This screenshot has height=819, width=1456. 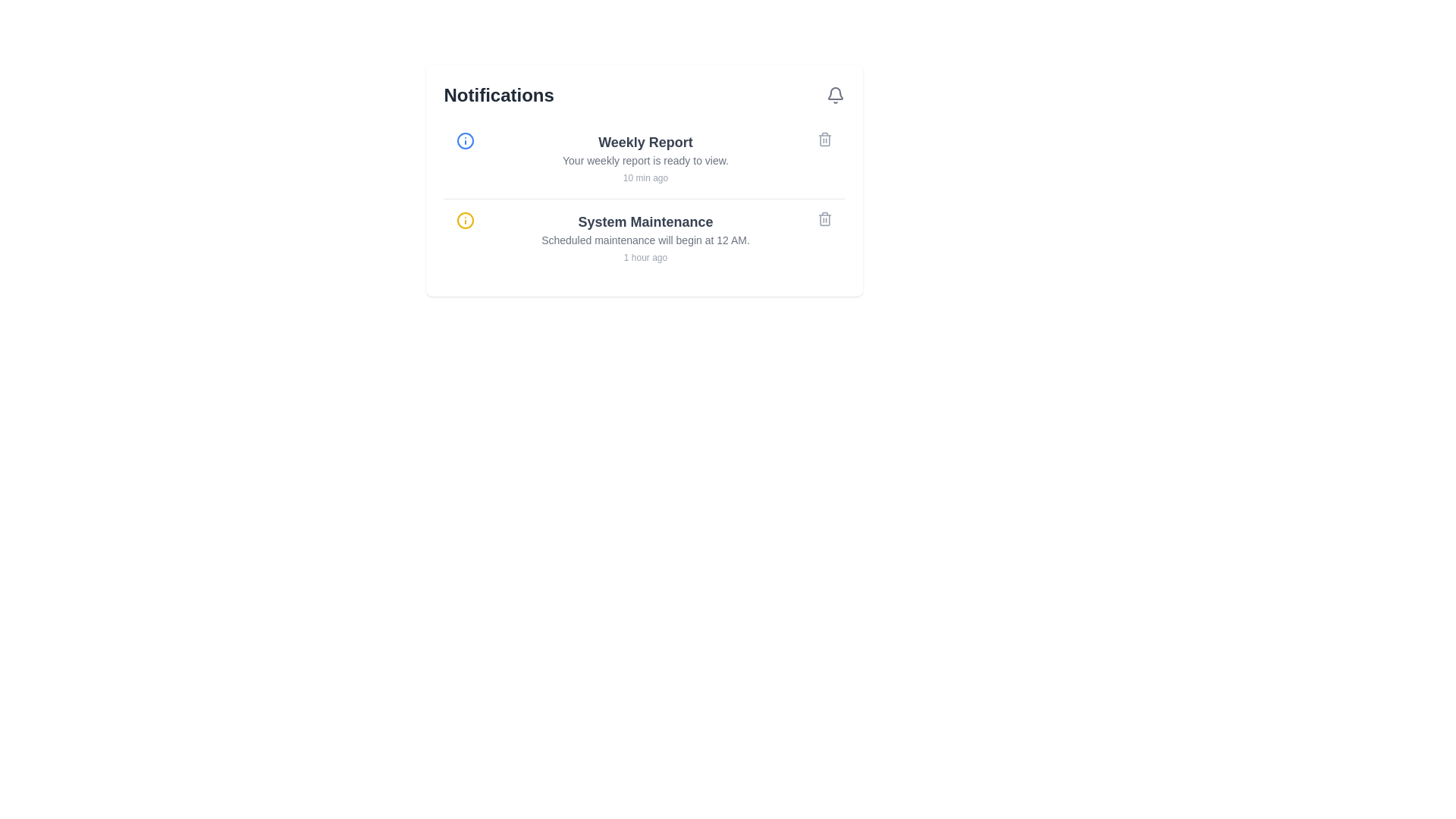 I want to click on the text label that reads 'Scheduled maintenance will begin at 12 AM.' which is displayed in gray below the title 'System Maintenance.', so click(x=645, y=239).